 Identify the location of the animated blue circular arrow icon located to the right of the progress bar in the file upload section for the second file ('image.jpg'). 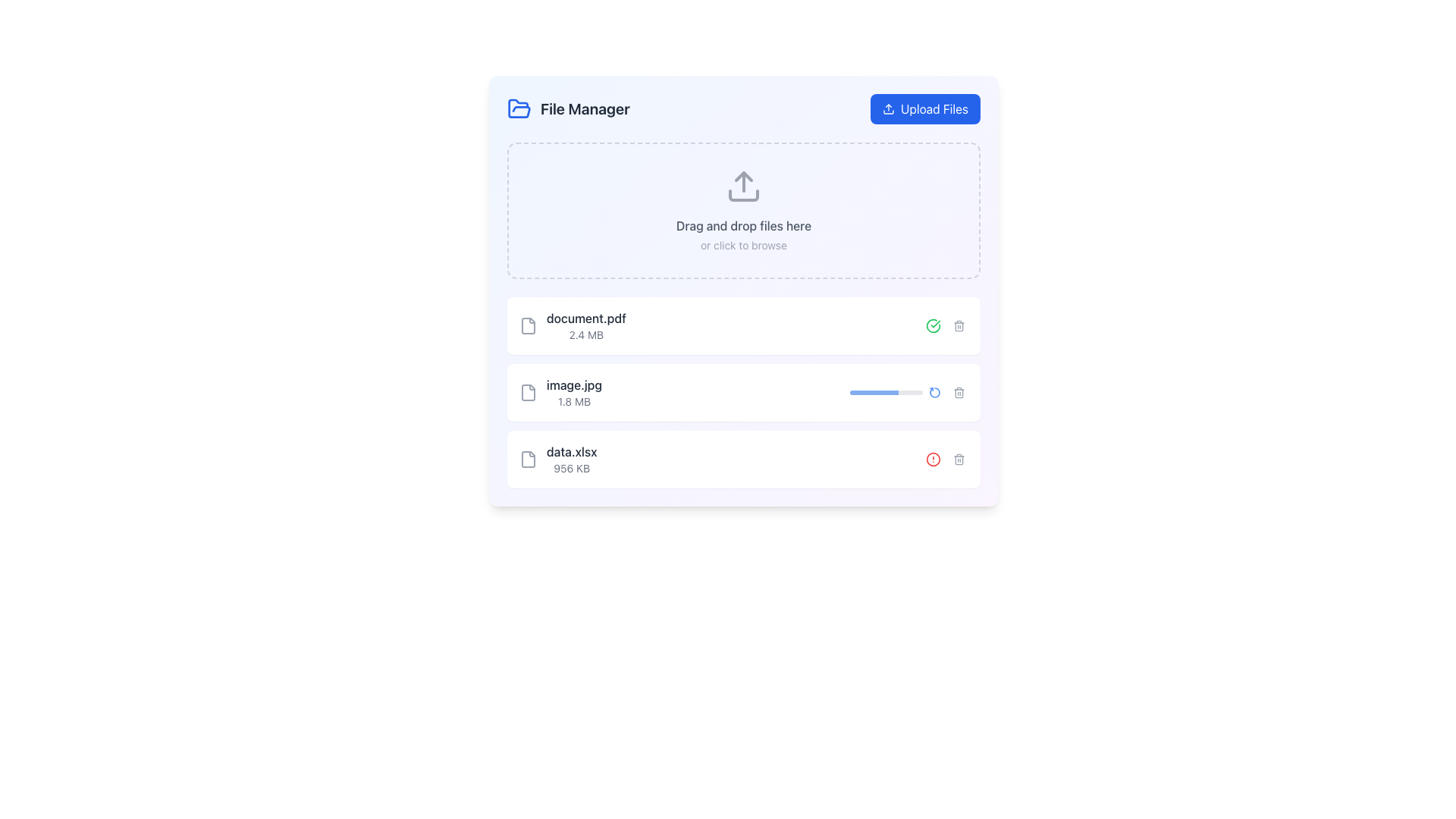
(934, 391).